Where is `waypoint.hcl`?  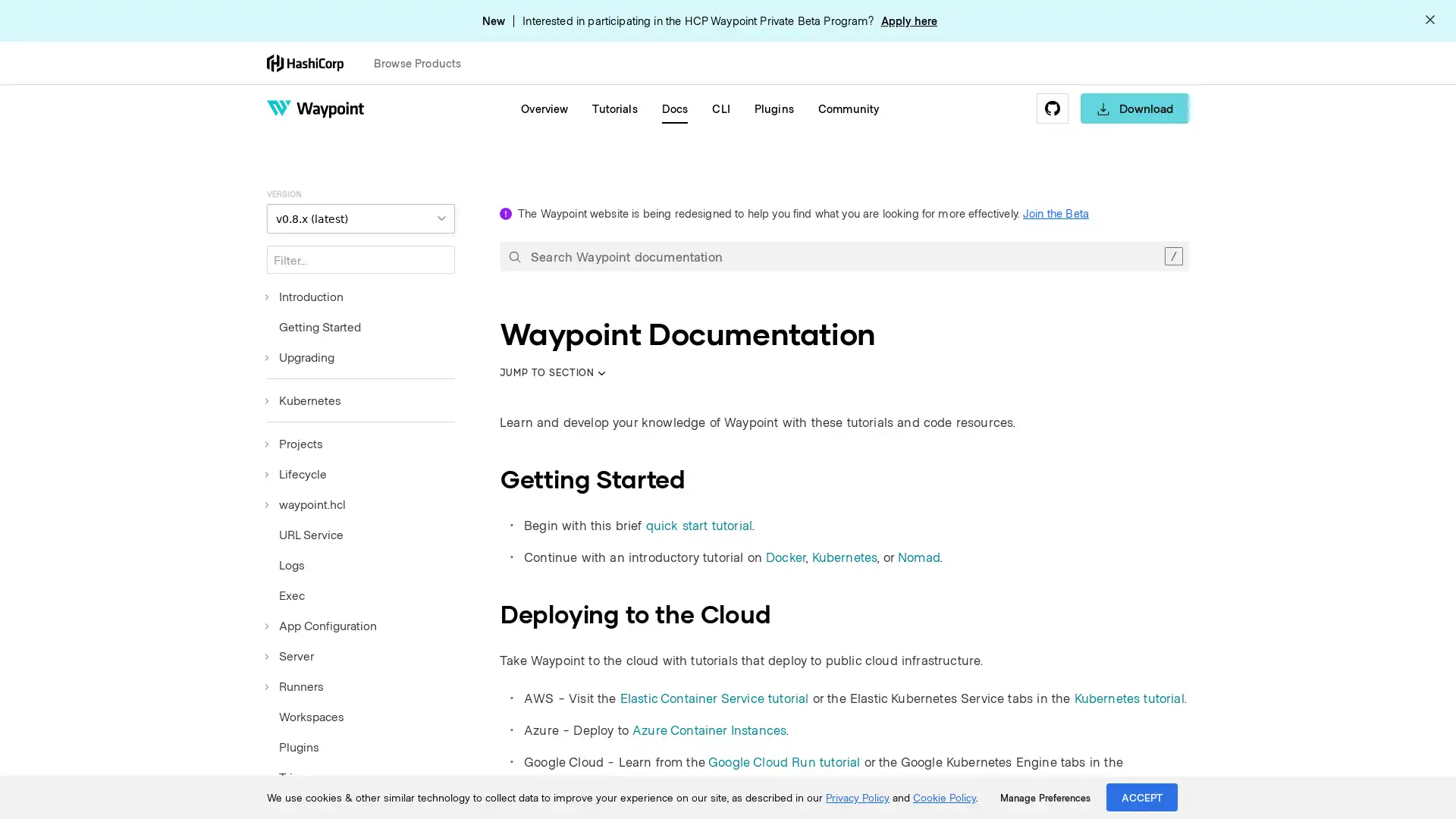 waypoint.hcl is located at coordinates (305, 504).